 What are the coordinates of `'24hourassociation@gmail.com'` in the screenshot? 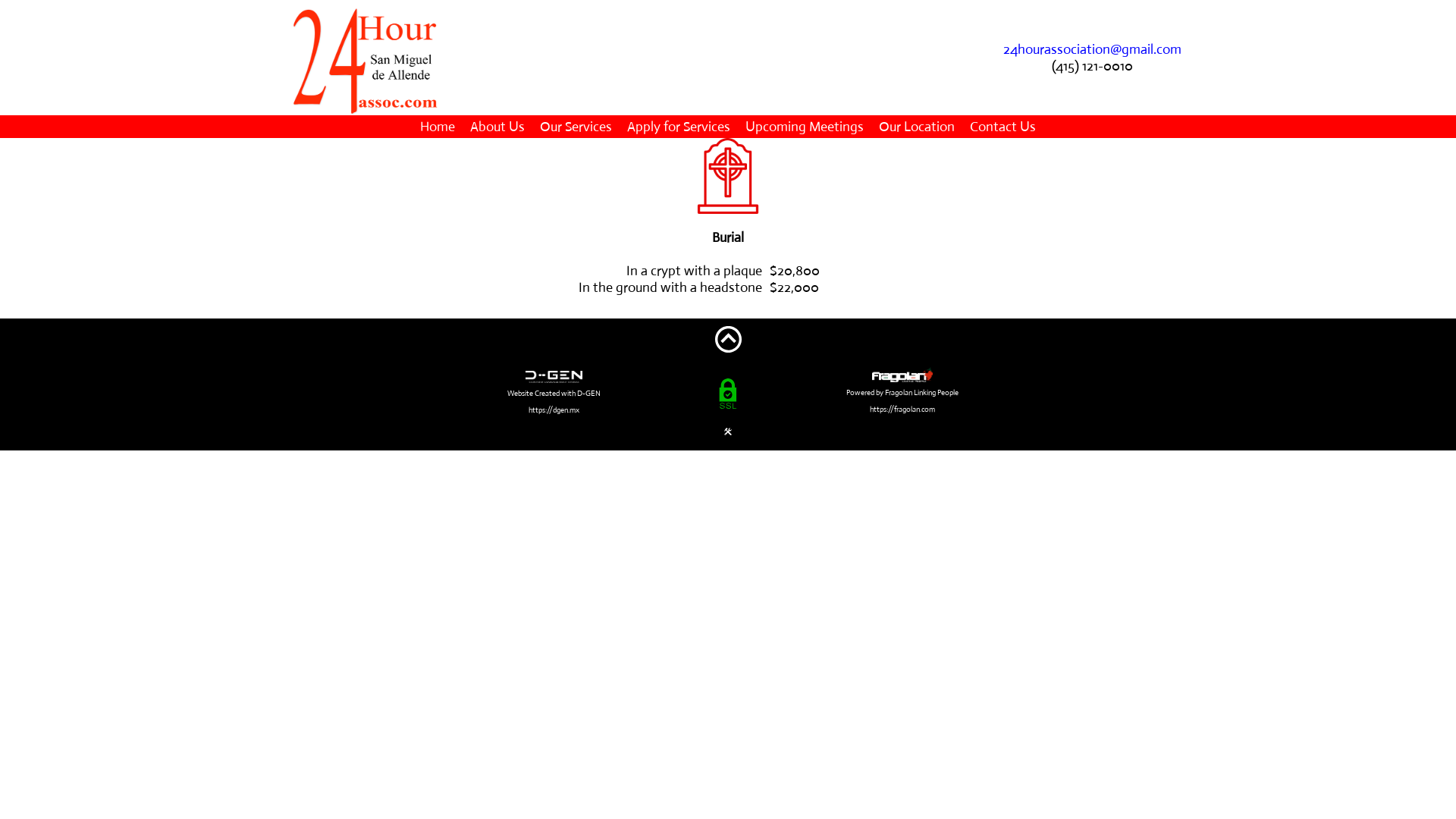 It's located at (1090, 49).